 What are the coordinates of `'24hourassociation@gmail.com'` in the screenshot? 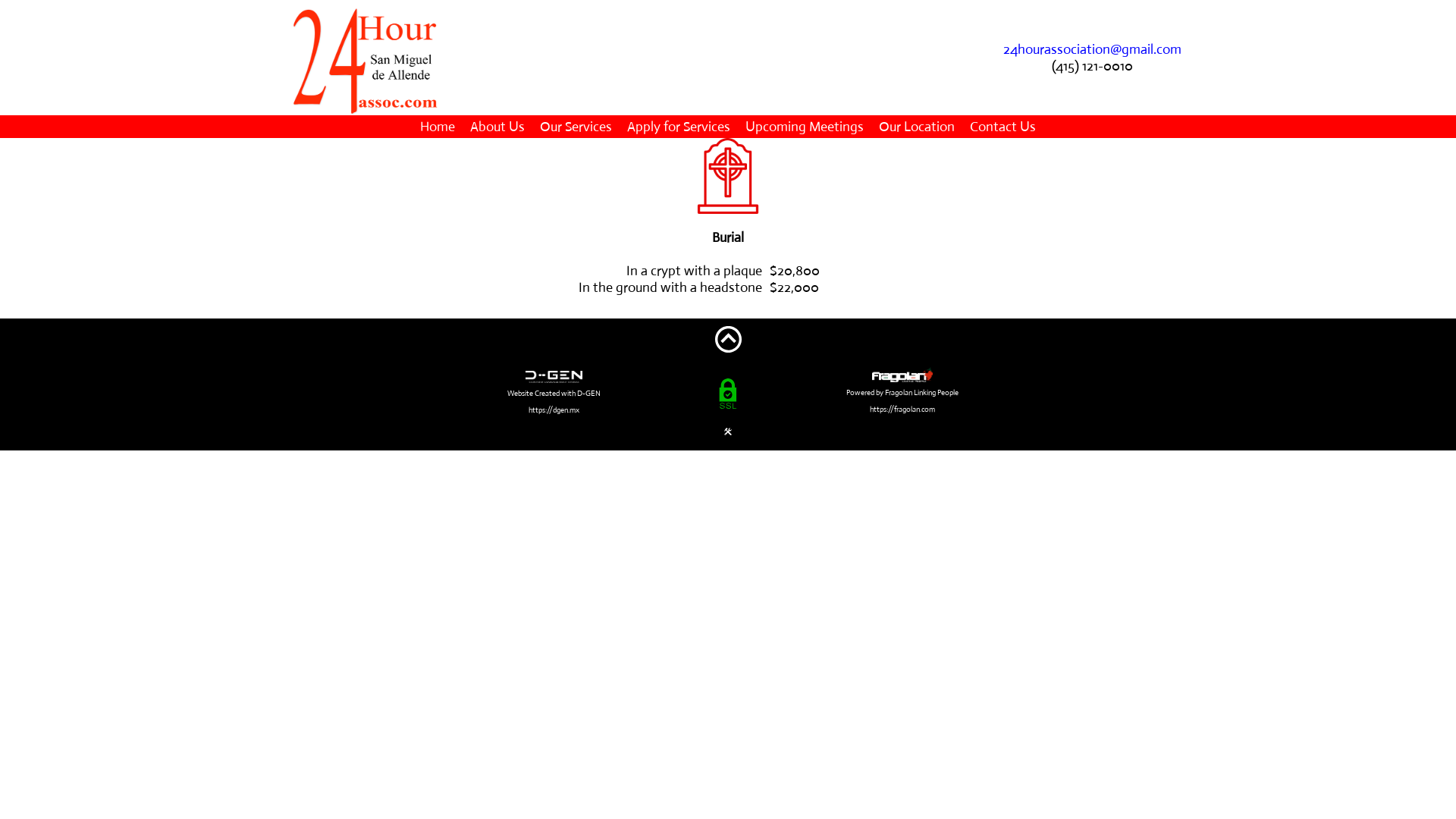 It's located at (1090, 49).